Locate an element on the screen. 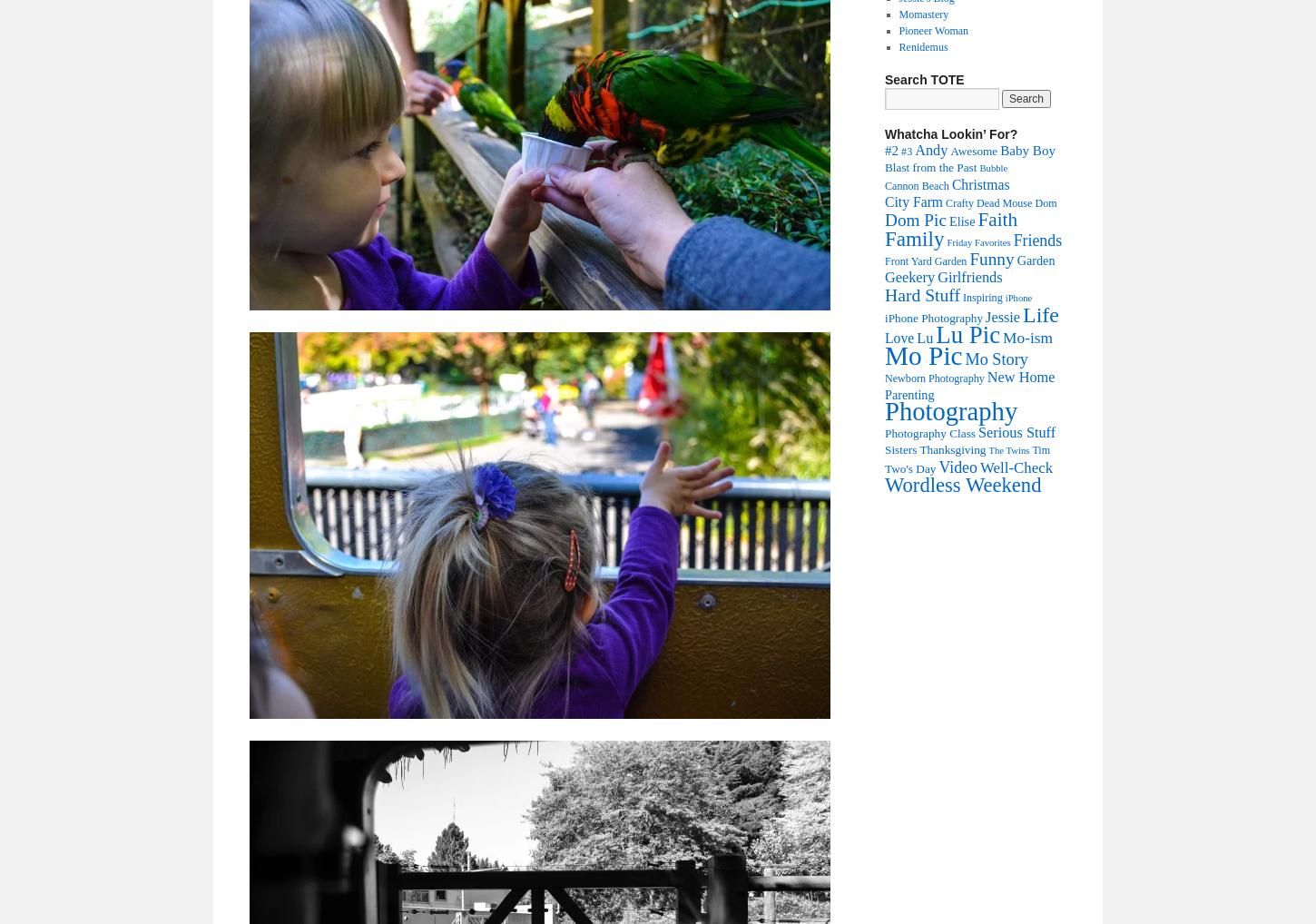  'Dom Pic' is located at coordinates (915, 219).